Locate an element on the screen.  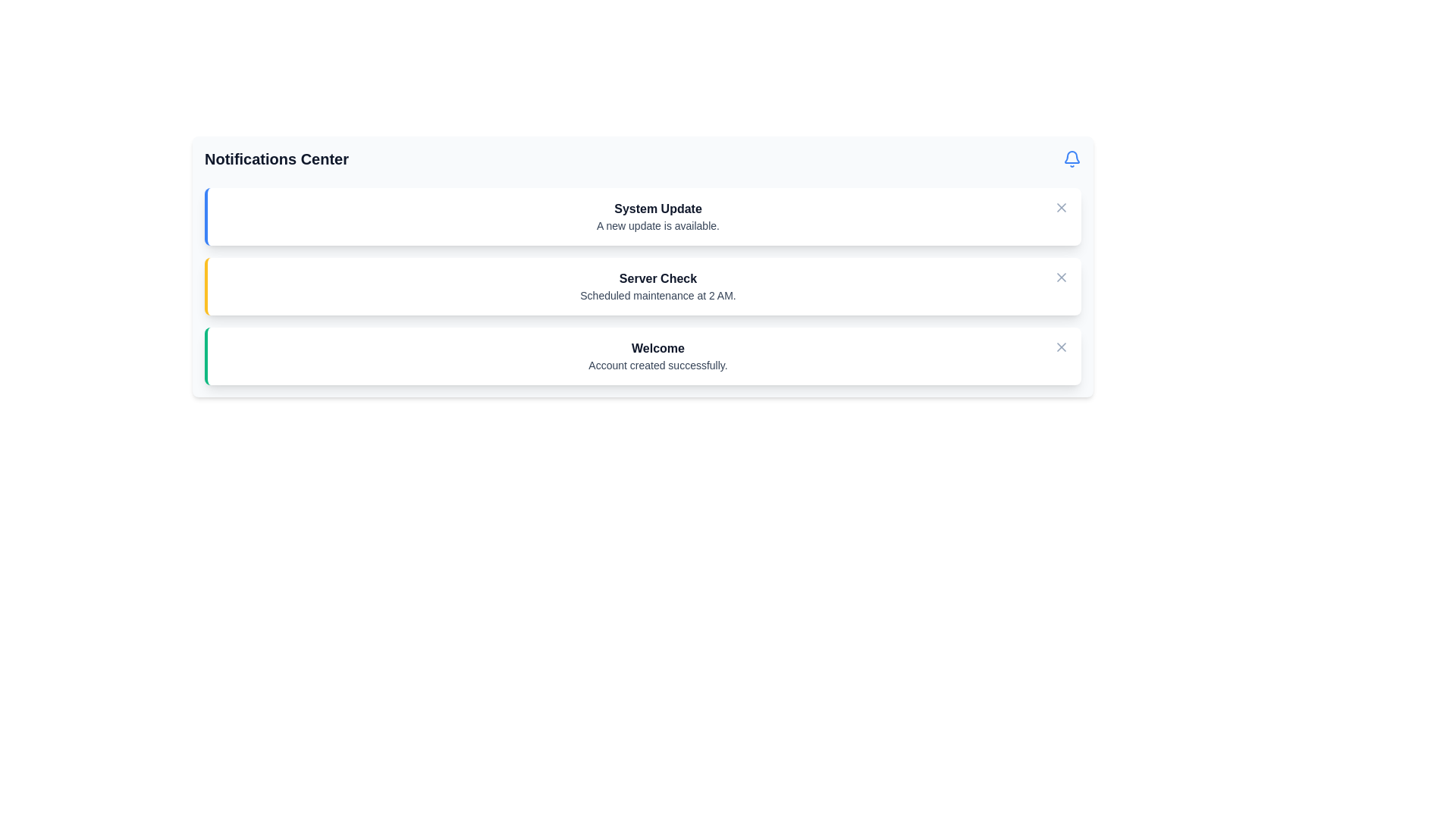
the 'X' icon button located at the far right of the bottom notification entry labeled 'Welcome' is located at coordinates (1061, 347).